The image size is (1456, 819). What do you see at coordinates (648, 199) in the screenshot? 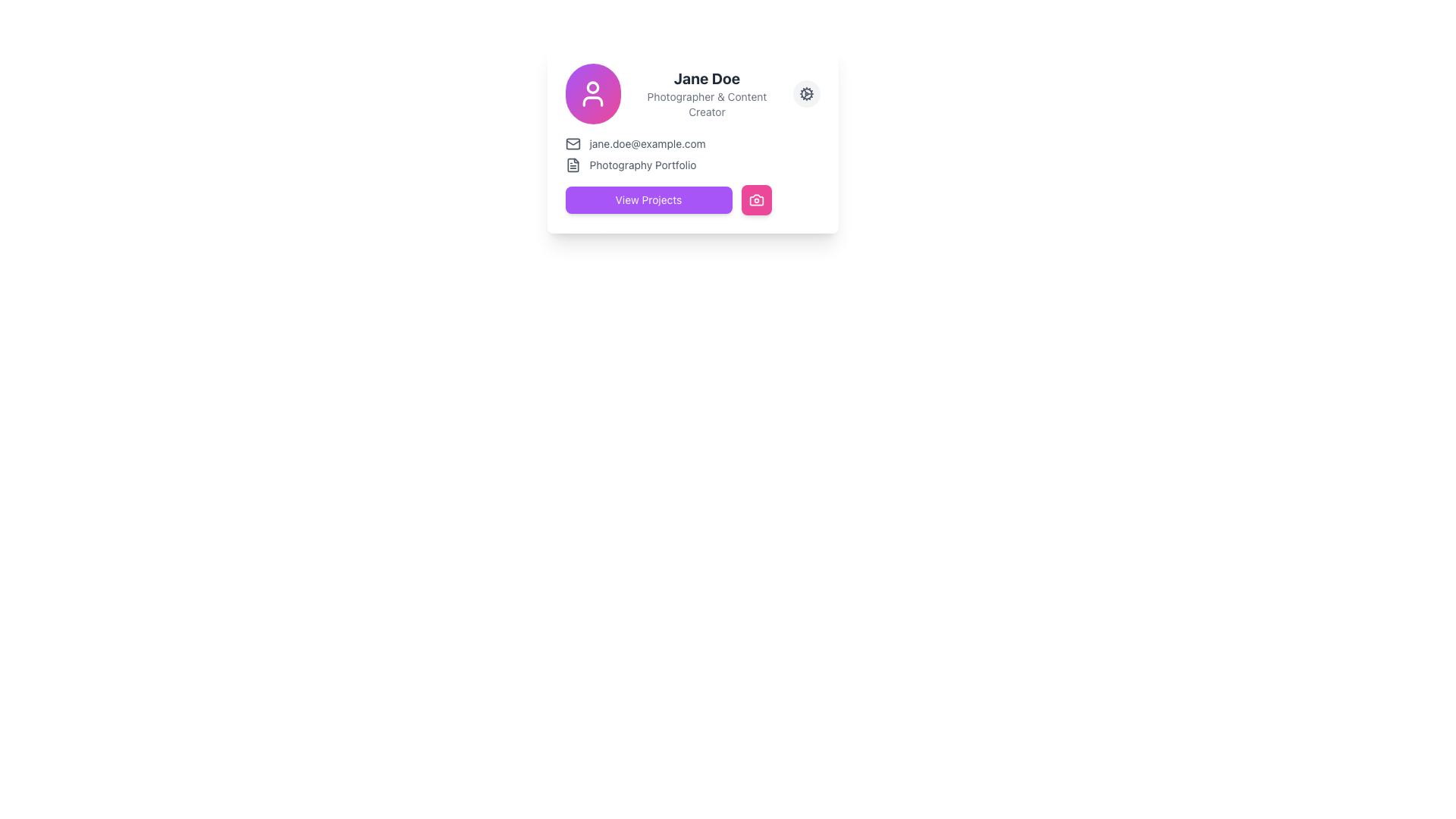
I see `the 'View Projects' button, which is a rectangular button with a purple background and white text, located on the leftmost side of a horizontal layout` at bounding box center [648, 199].